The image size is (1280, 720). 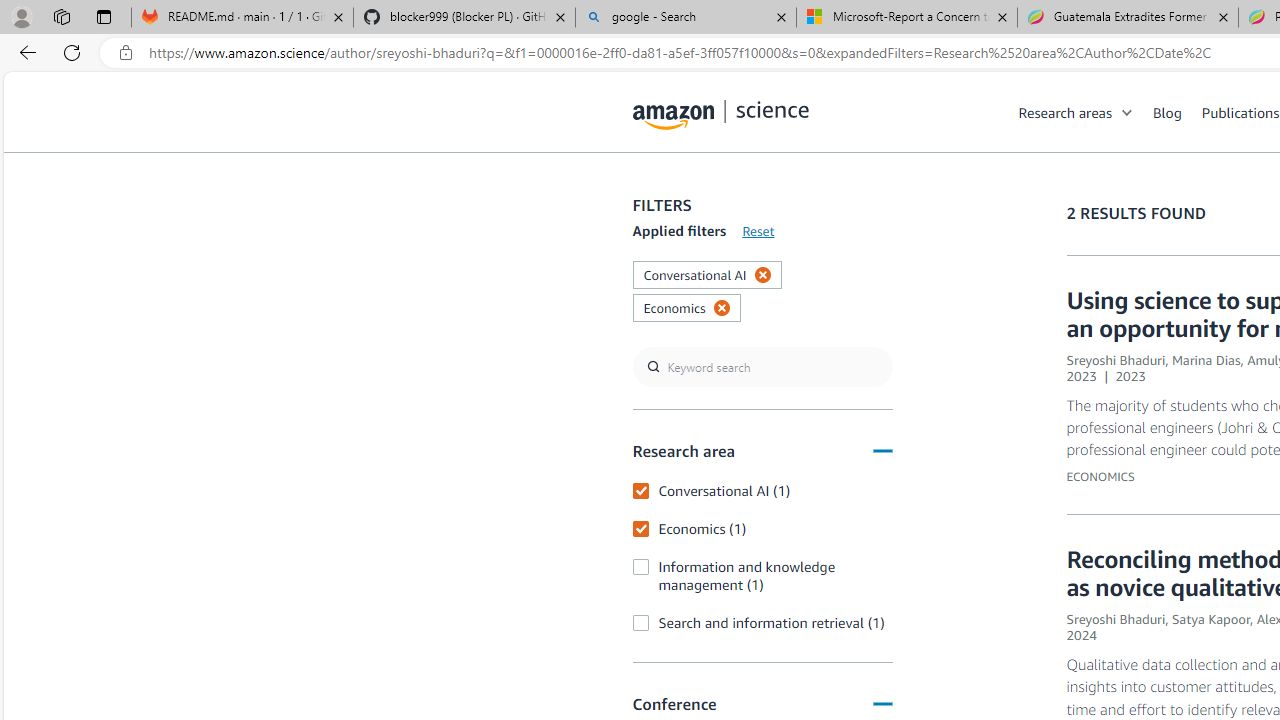 I want to click on 'Publications', so click(x=1239, y=111).